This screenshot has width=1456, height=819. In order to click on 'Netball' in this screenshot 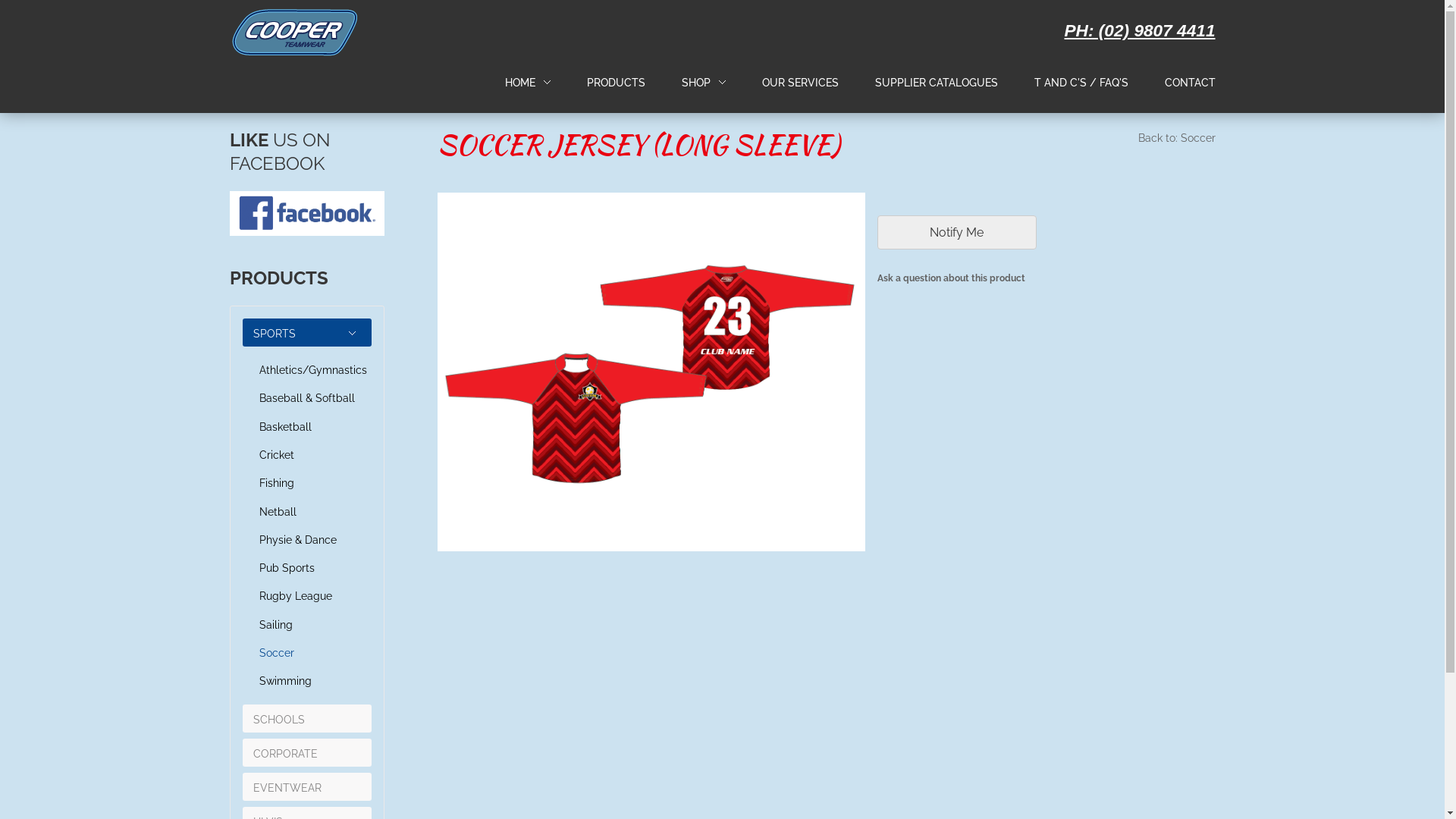, I will do `click(306, 512)`.